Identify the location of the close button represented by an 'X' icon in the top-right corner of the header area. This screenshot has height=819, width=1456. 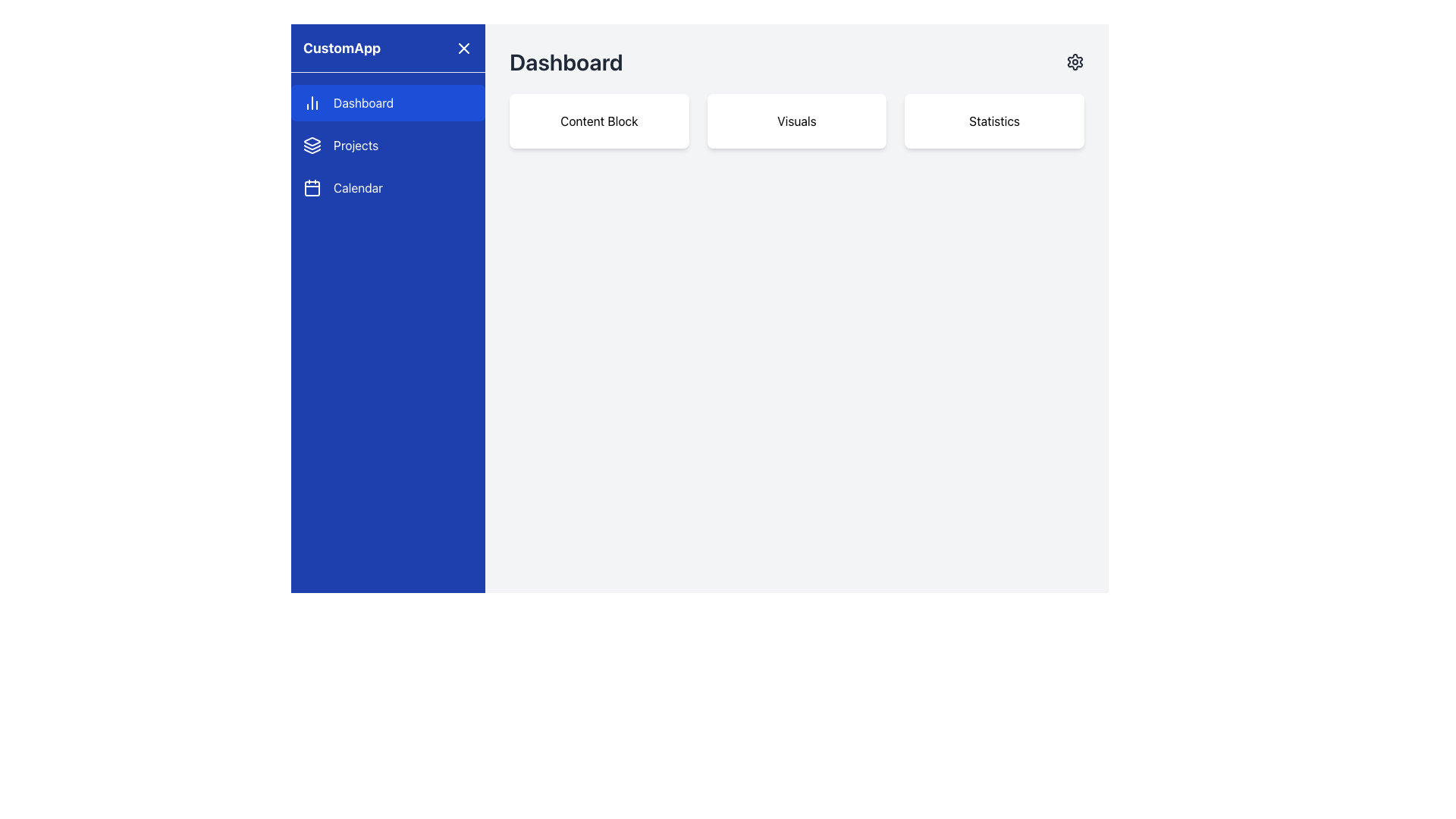
(463, 47).